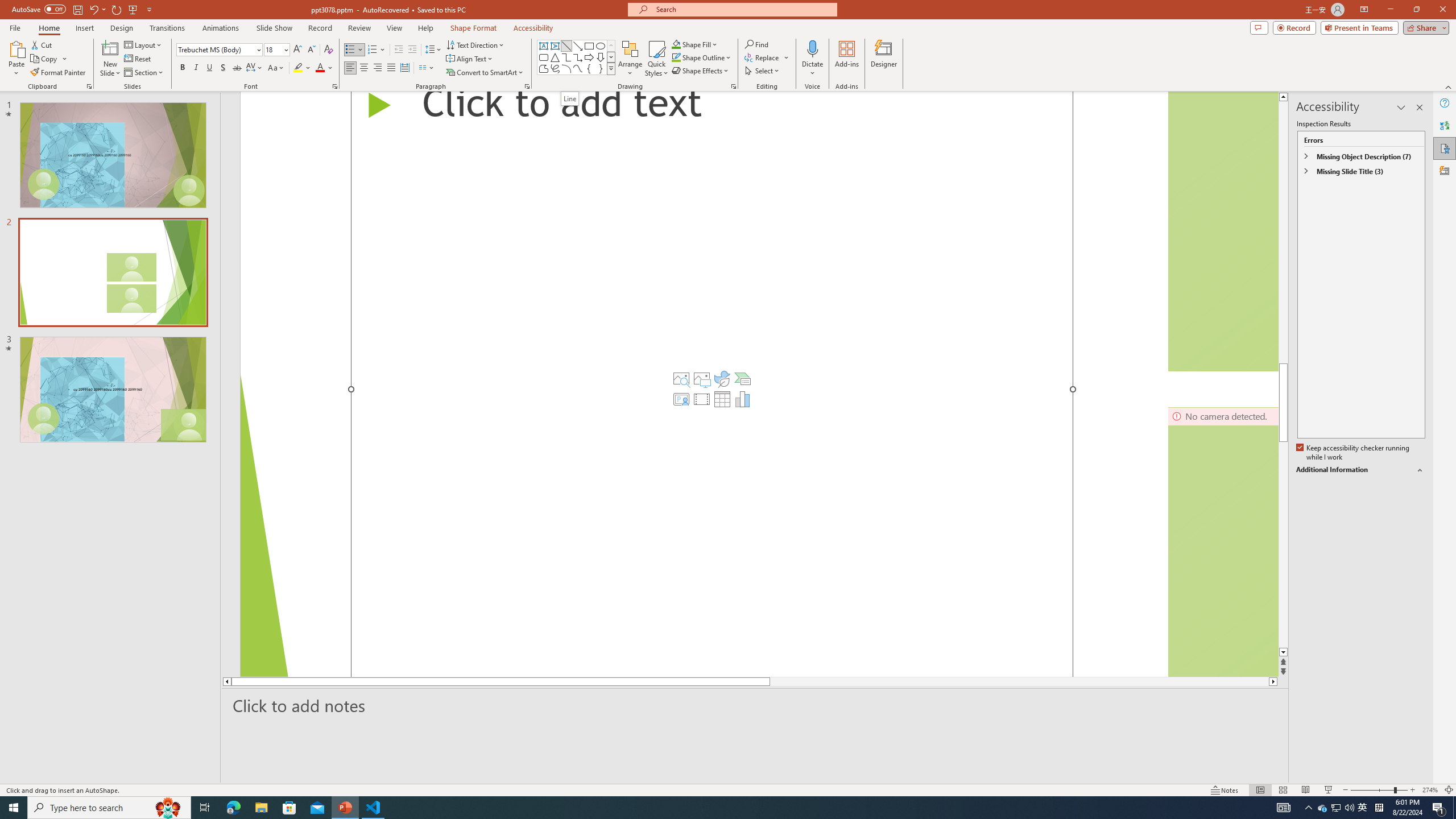  Describe the element at coordinates (610, 68) in the screenshot. I see `'Class: NetUIImage'` at that location.